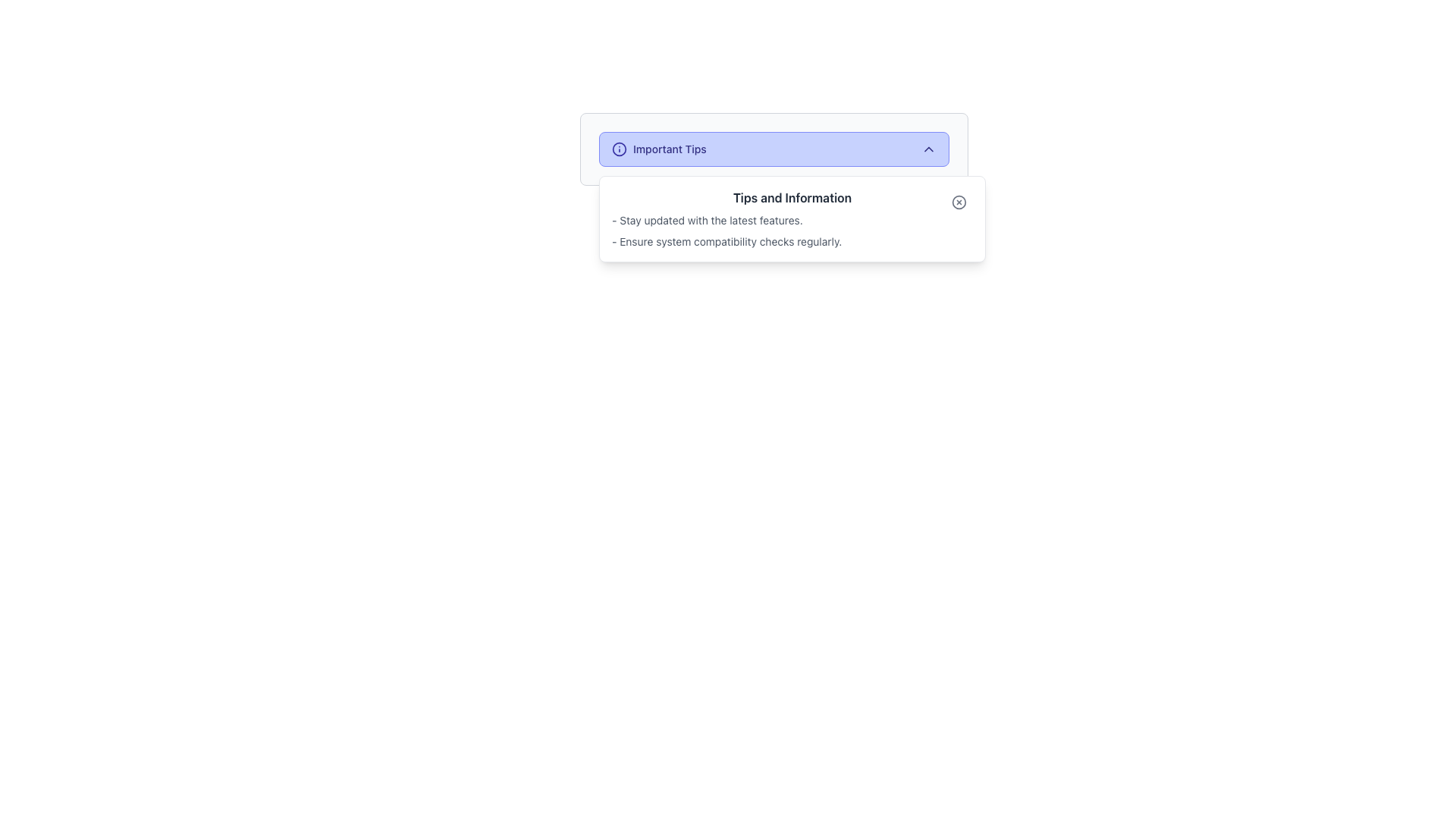 The height and width of the screenshot is (819, 1456). I want to click on the text content containing two bullet points styled in gray, located under the 'Tips and Information' section, so click(792, 231).